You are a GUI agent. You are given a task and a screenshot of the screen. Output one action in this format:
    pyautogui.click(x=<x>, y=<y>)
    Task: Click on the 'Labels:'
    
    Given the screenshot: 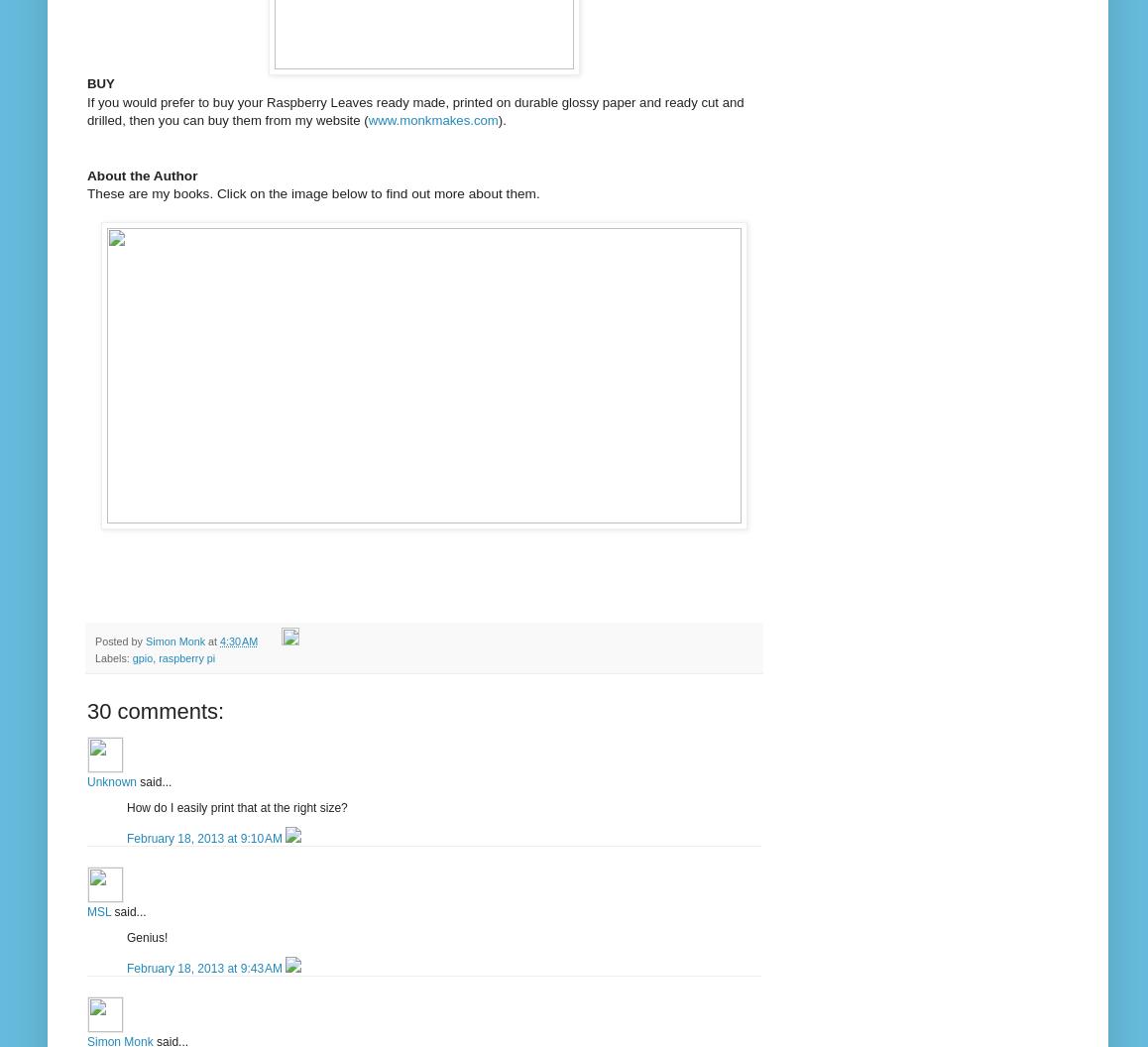 What is the action you would take?
    pyautogui.click(x=113, y=658)
    